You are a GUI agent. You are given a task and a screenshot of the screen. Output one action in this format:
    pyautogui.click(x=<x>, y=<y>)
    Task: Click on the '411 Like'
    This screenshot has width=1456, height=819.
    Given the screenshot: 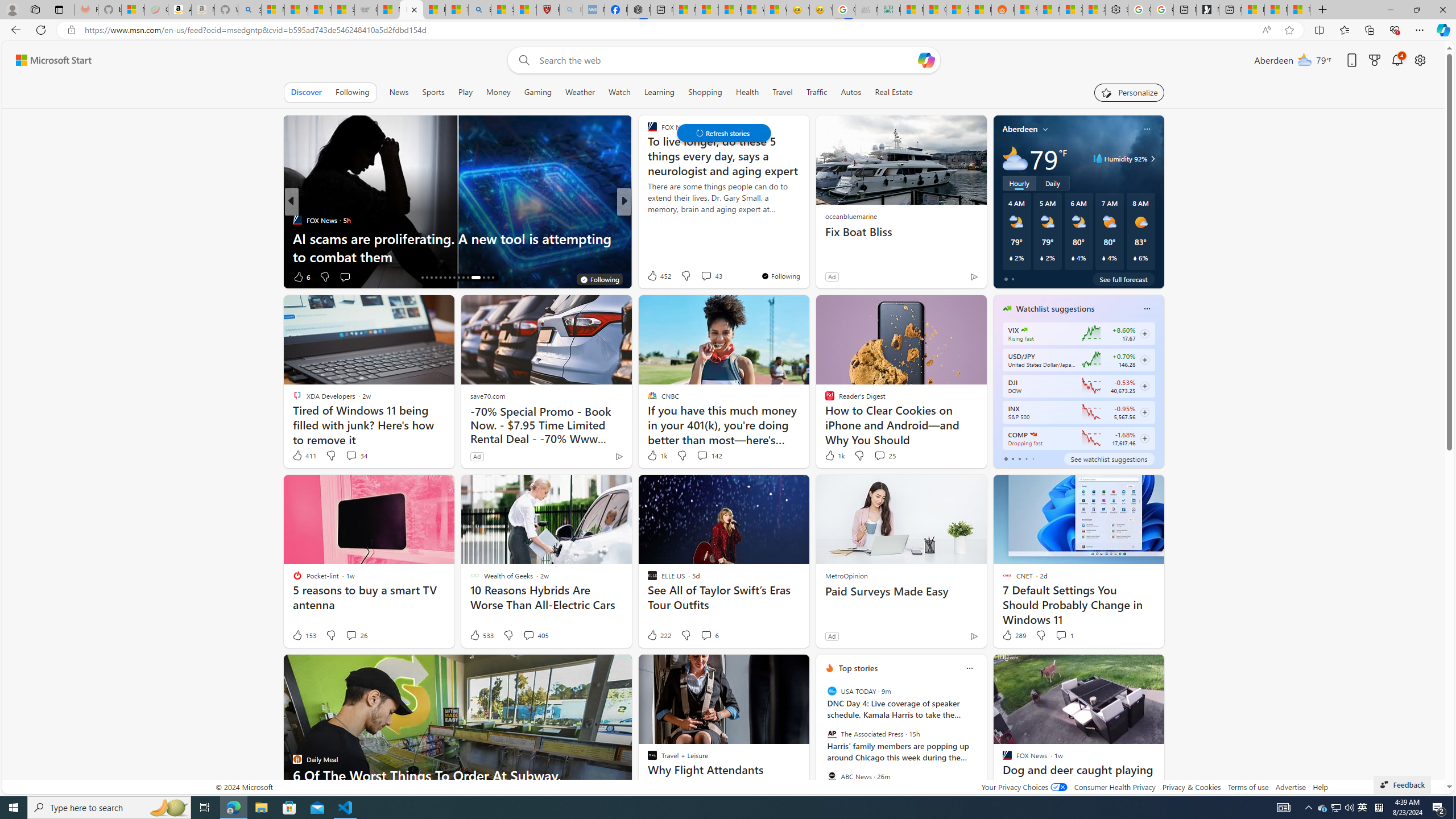 What is the action you would take?
    pyautogui.click(x=303, y=455)
    